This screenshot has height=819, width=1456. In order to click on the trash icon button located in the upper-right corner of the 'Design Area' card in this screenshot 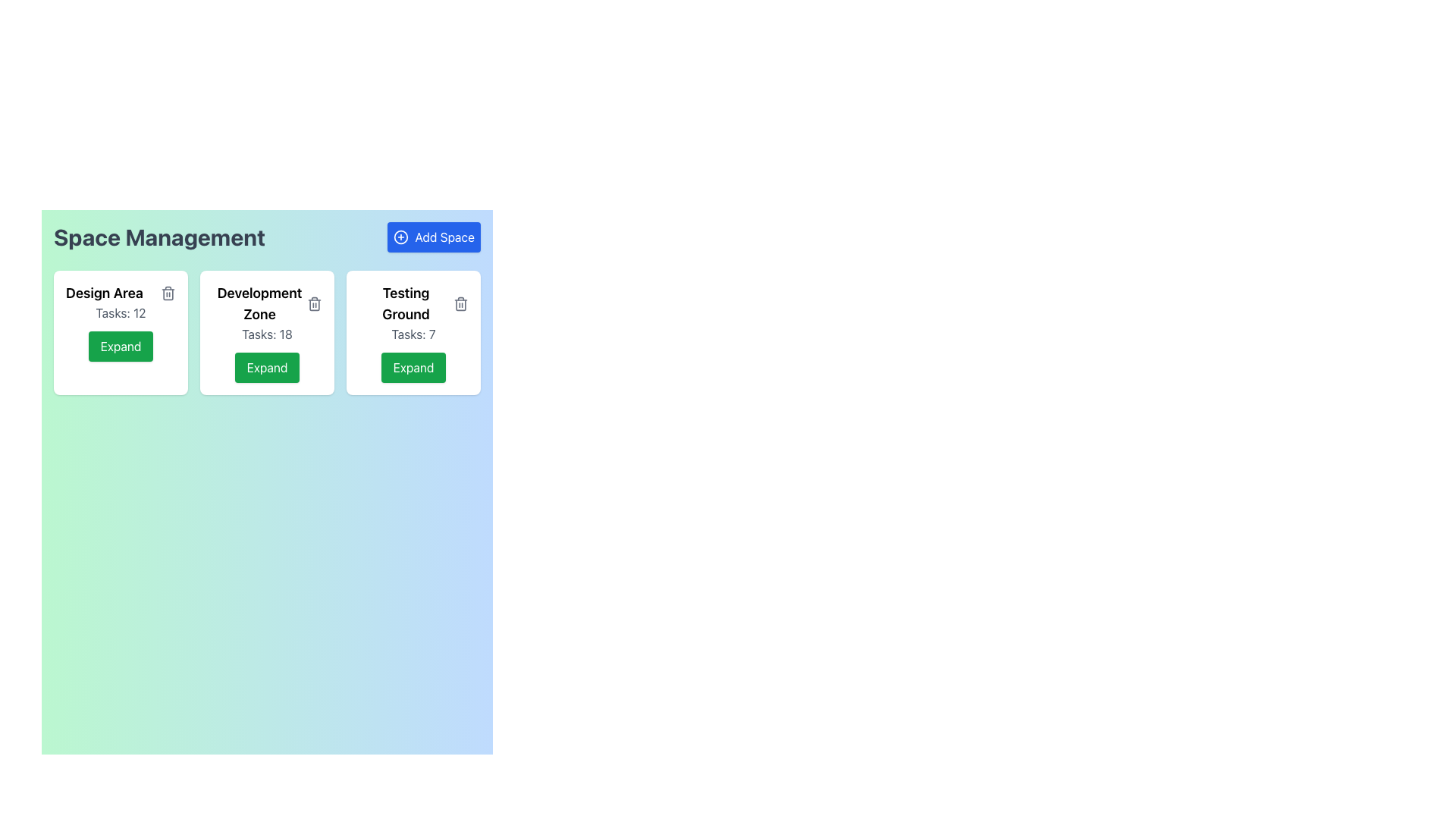, I will do `click(168, 293)`.